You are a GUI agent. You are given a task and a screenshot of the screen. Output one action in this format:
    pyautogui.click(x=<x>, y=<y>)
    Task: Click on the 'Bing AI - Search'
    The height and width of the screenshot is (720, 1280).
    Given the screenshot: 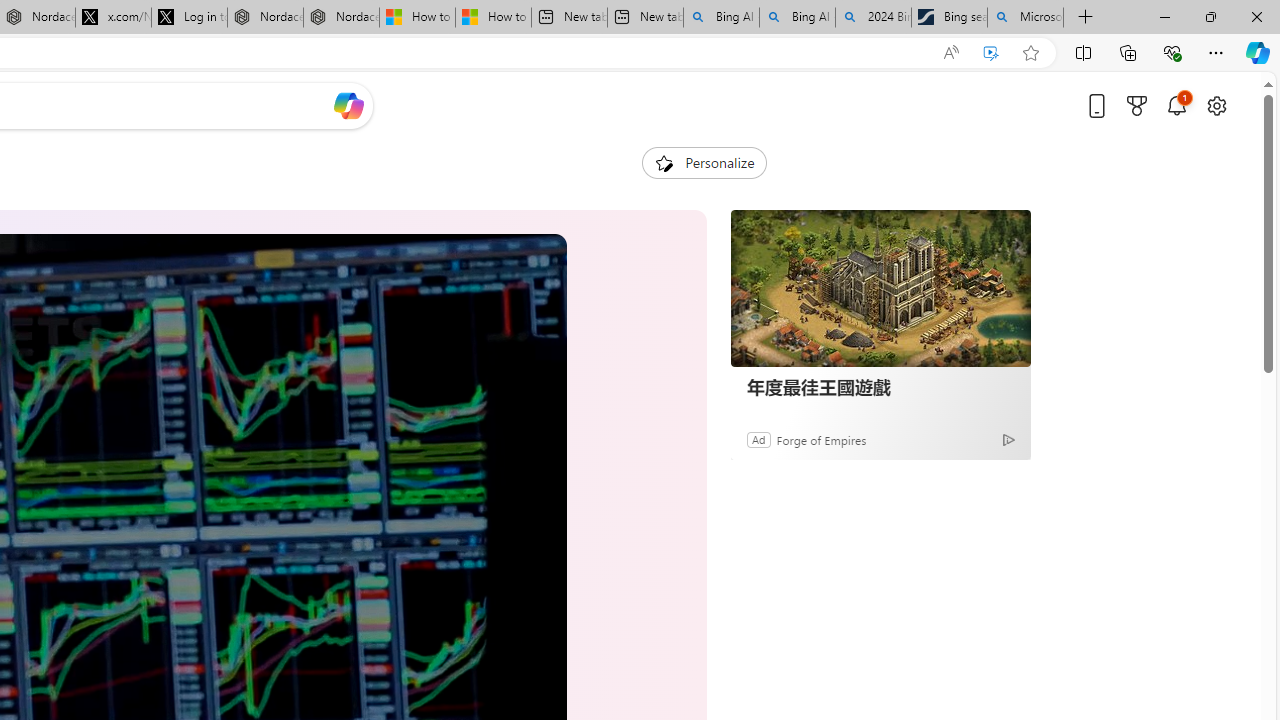 What is the action you would take?
    pyautogui.click(x=796, y=17)
    